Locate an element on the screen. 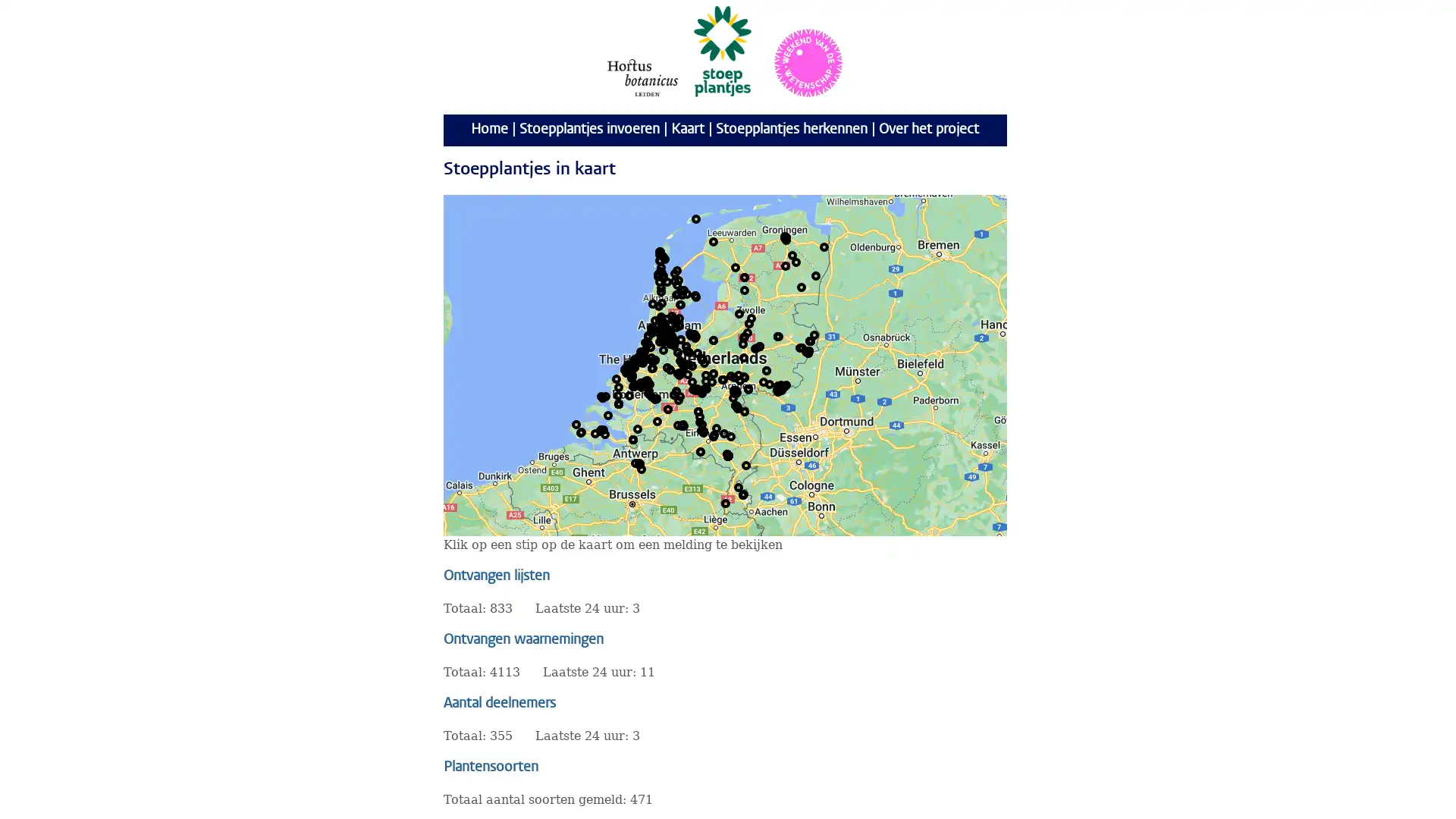 This screenshot has height=819, width=1456. Telling van Mevr. M.A. De Wit op 13 juni 2022 is located at coordinates (748, 388).